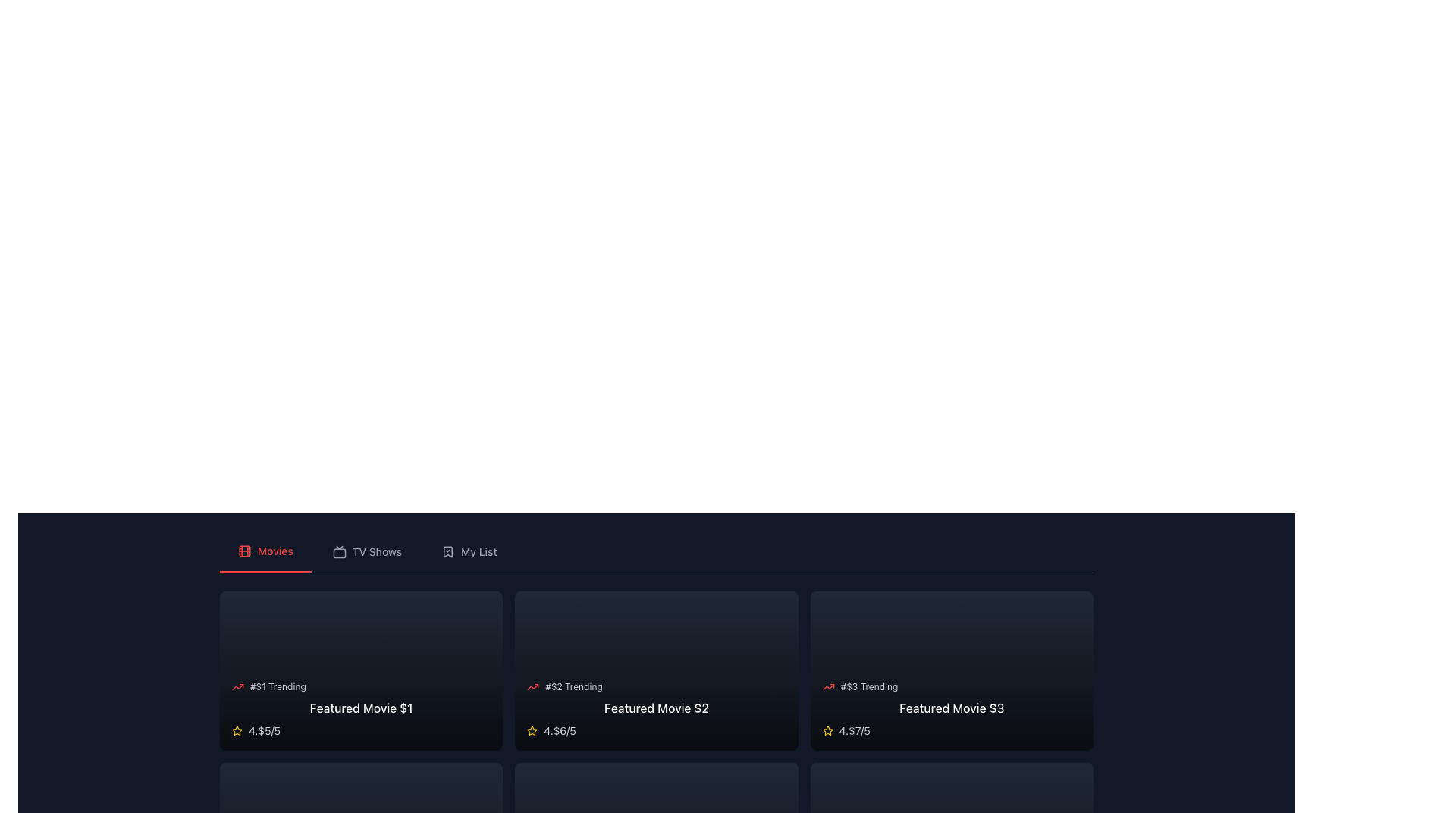 Image resolution: width=1456 pixels, height=819 pixels. What do you see at coordinates (827, 730) in the screenshot?
I see `the first icon that visually represents the rating for the associated movie or item, which is aligned to the left of the text displaying the rating value '4.$7/5'` at bounding box center [827, 730].